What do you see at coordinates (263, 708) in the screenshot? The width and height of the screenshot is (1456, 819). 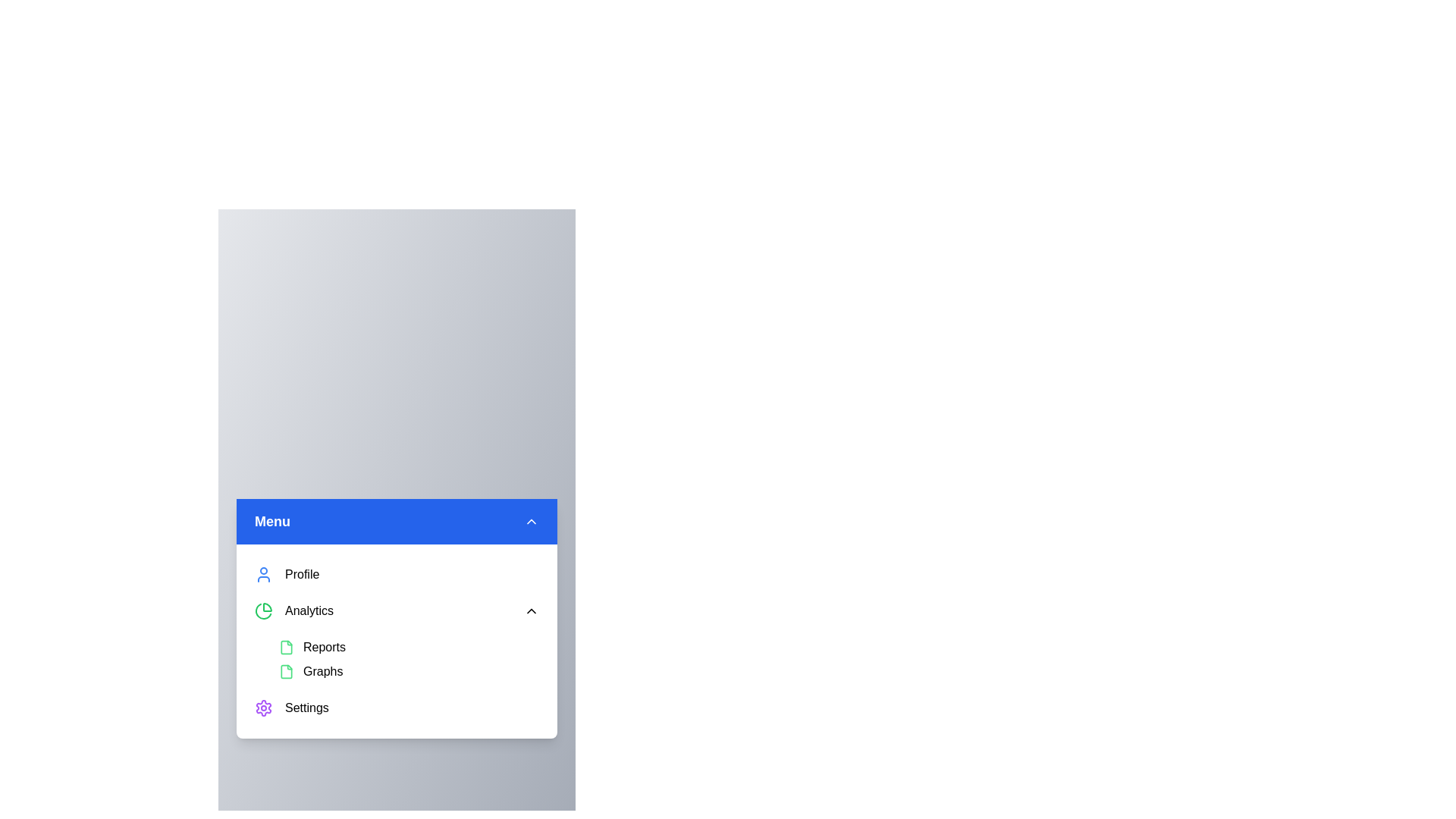 I see `the gear-shaped icon associated with settings, located to the right of the 'Settings' text label` at bounding box center [263, 708].